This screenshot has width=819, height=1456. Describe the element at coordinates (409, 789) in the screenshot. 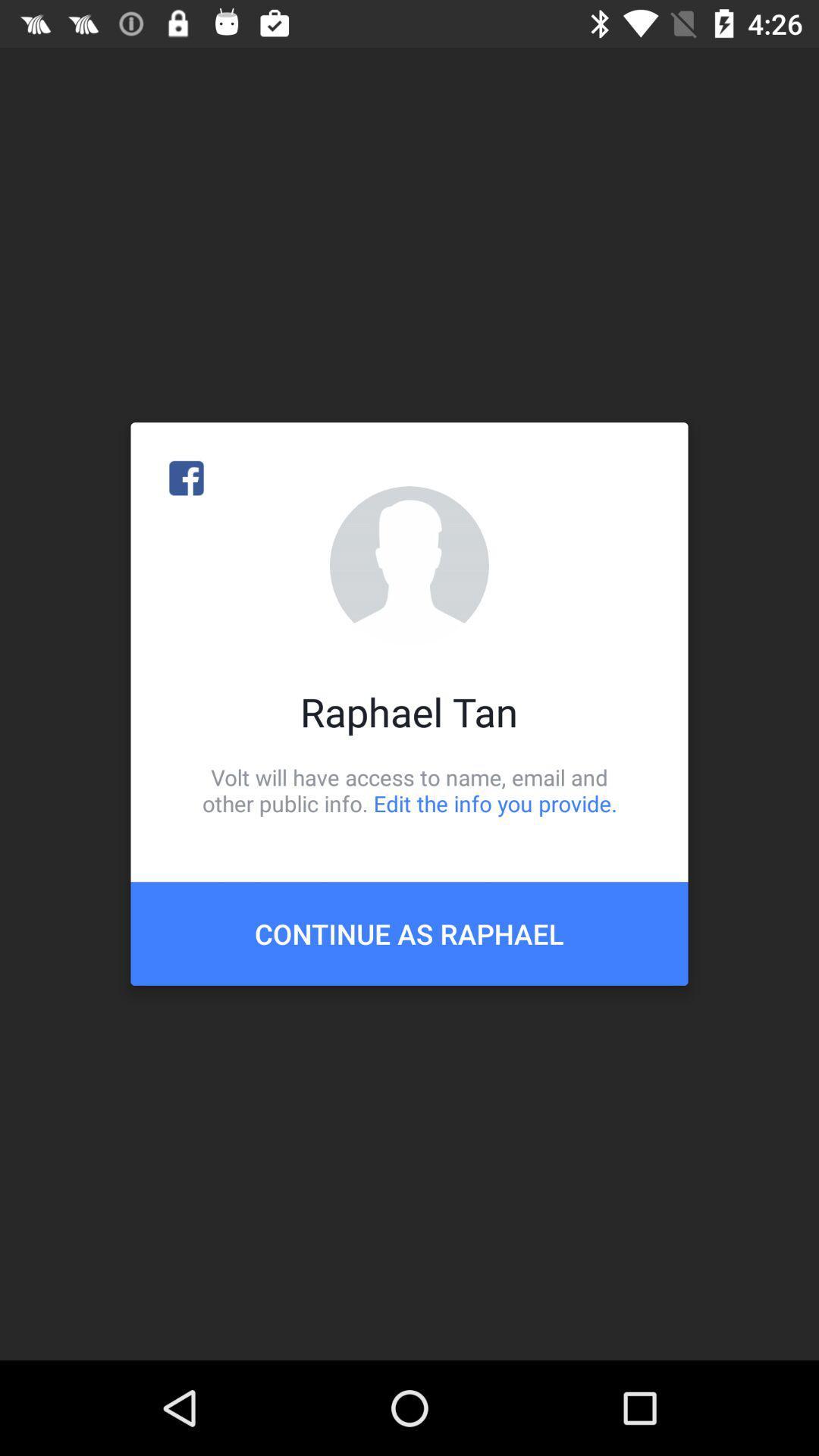

I see `item above the continue as raphael item` at that location.